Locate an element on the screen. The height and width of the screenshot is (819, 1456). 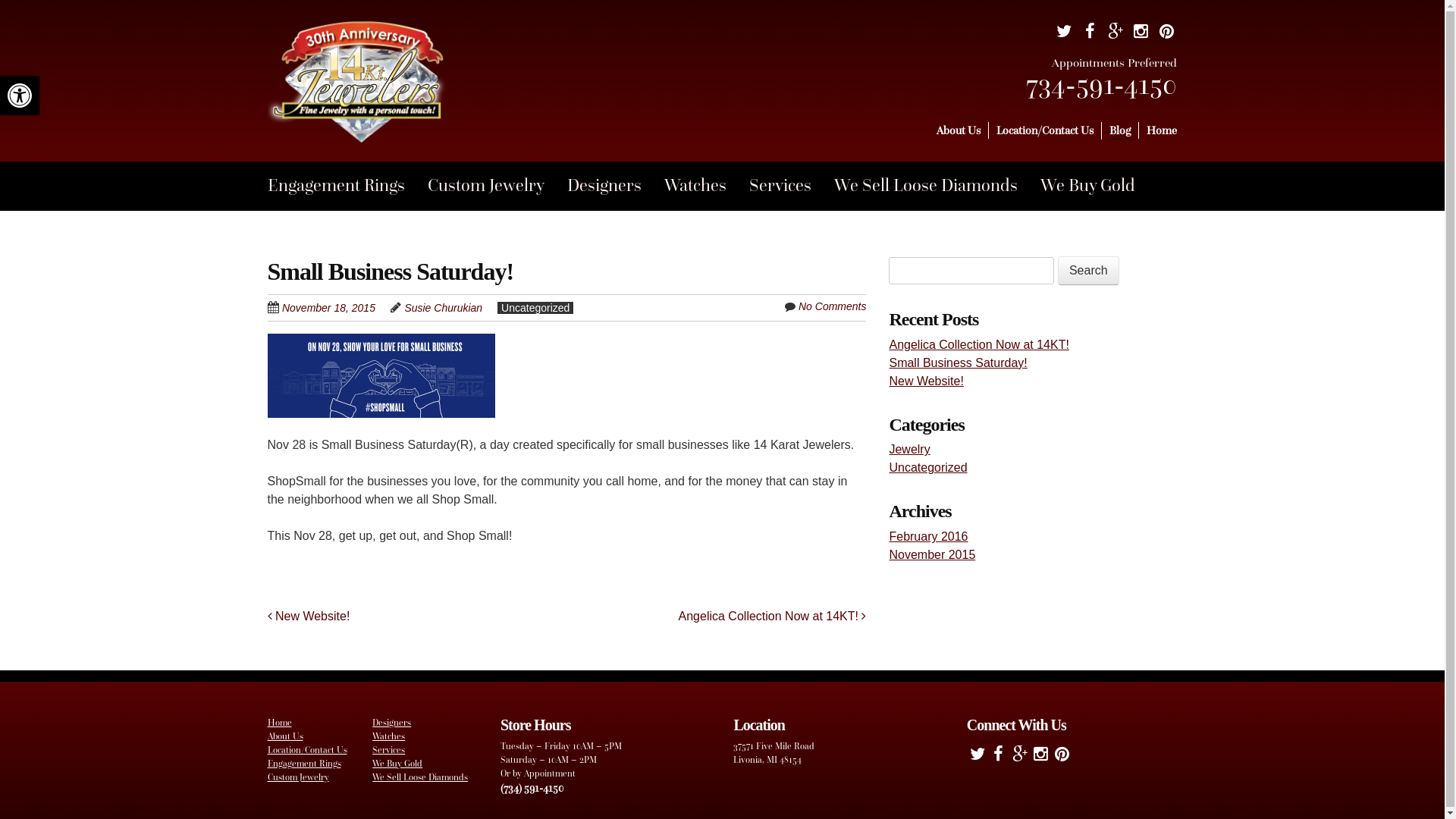
'Search' is located at coordinates (1057, 270).